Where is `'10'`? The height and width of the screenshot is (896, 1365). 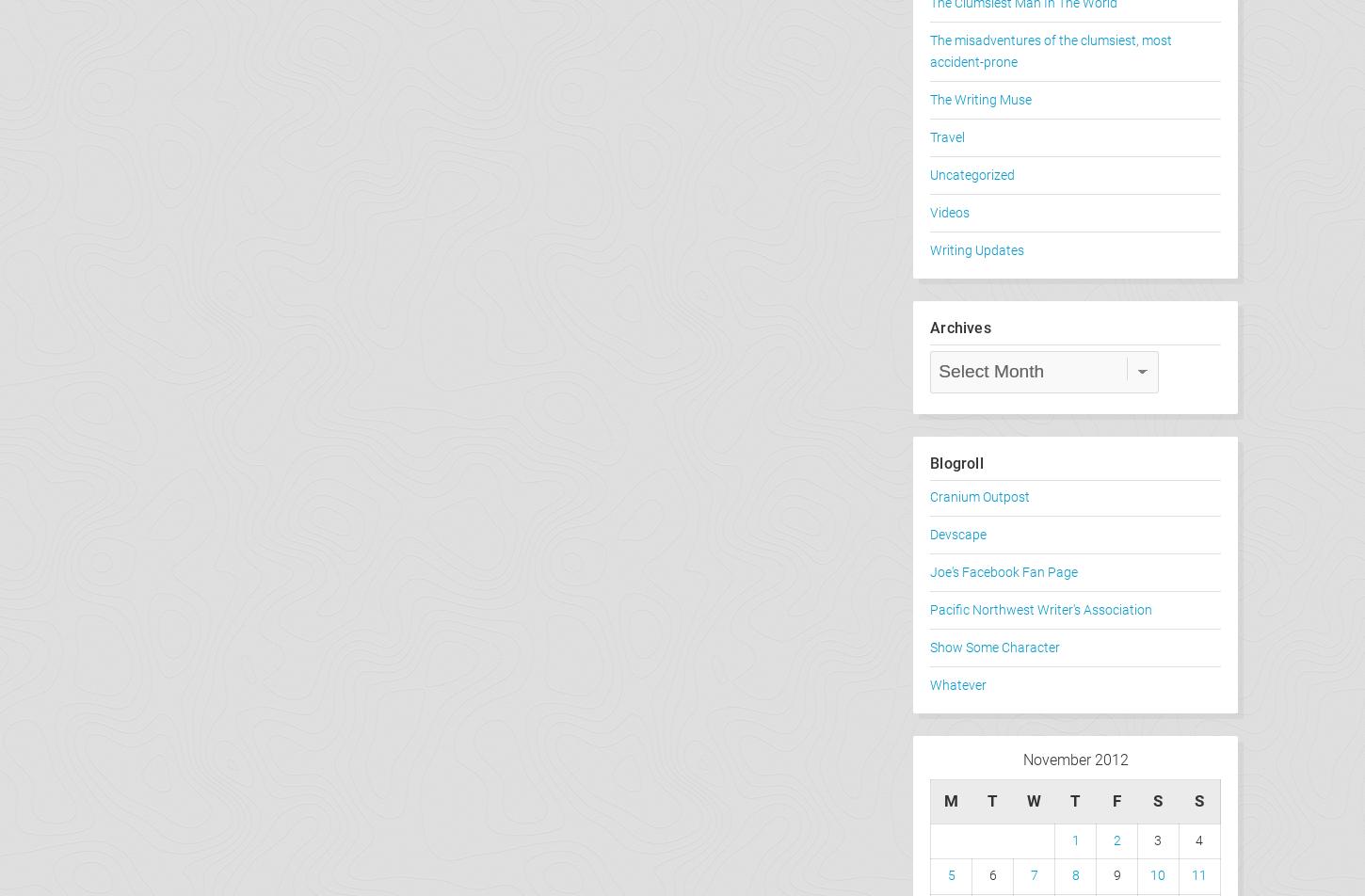 '10' is located at coordinates (1158, 875).